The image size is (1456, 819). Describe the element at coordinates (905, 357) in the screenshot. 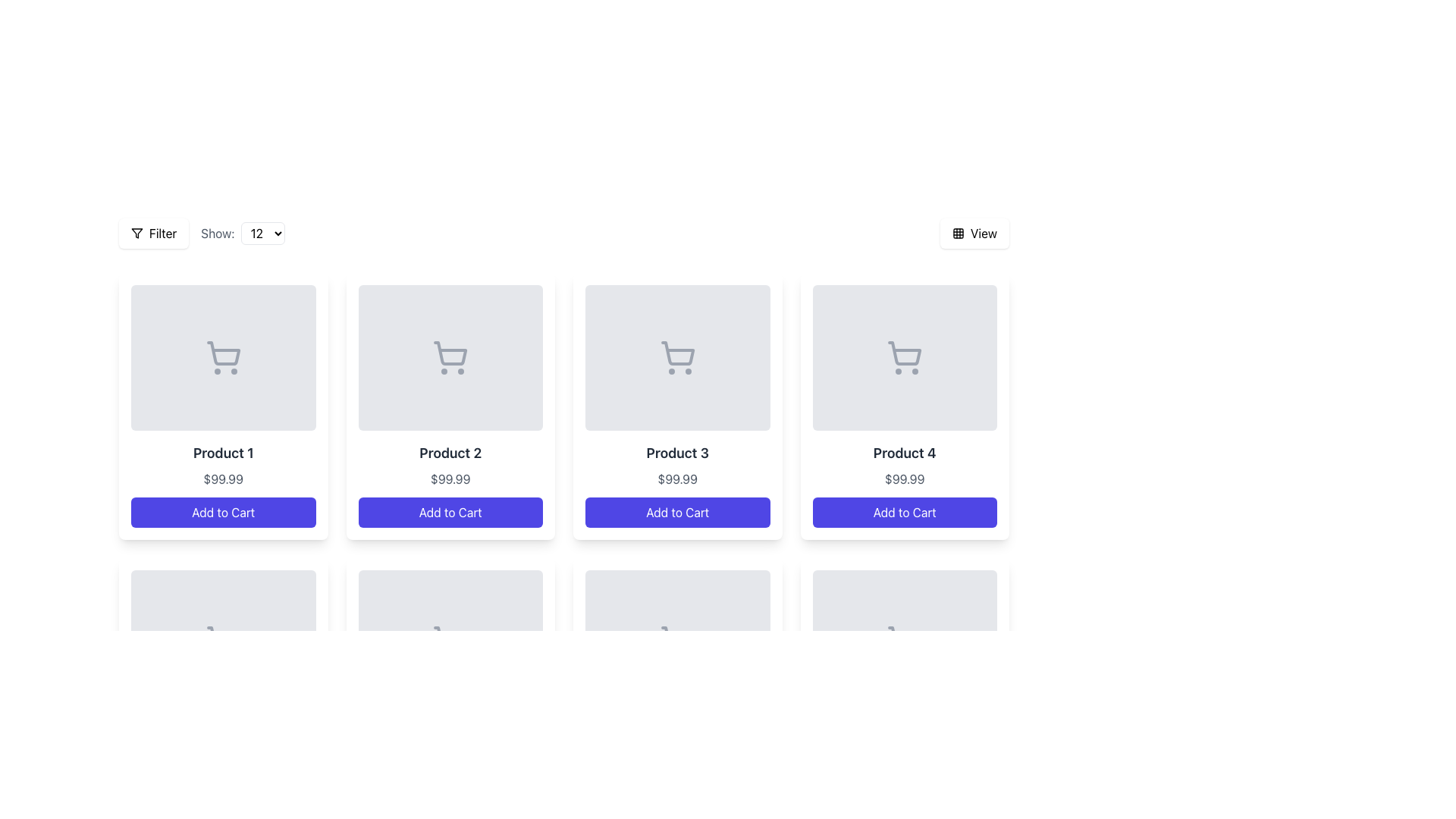

I see `the SVG shopping cart icon located at the center of the 'Product 4' card above the 'Add to Cart' button` at that location.